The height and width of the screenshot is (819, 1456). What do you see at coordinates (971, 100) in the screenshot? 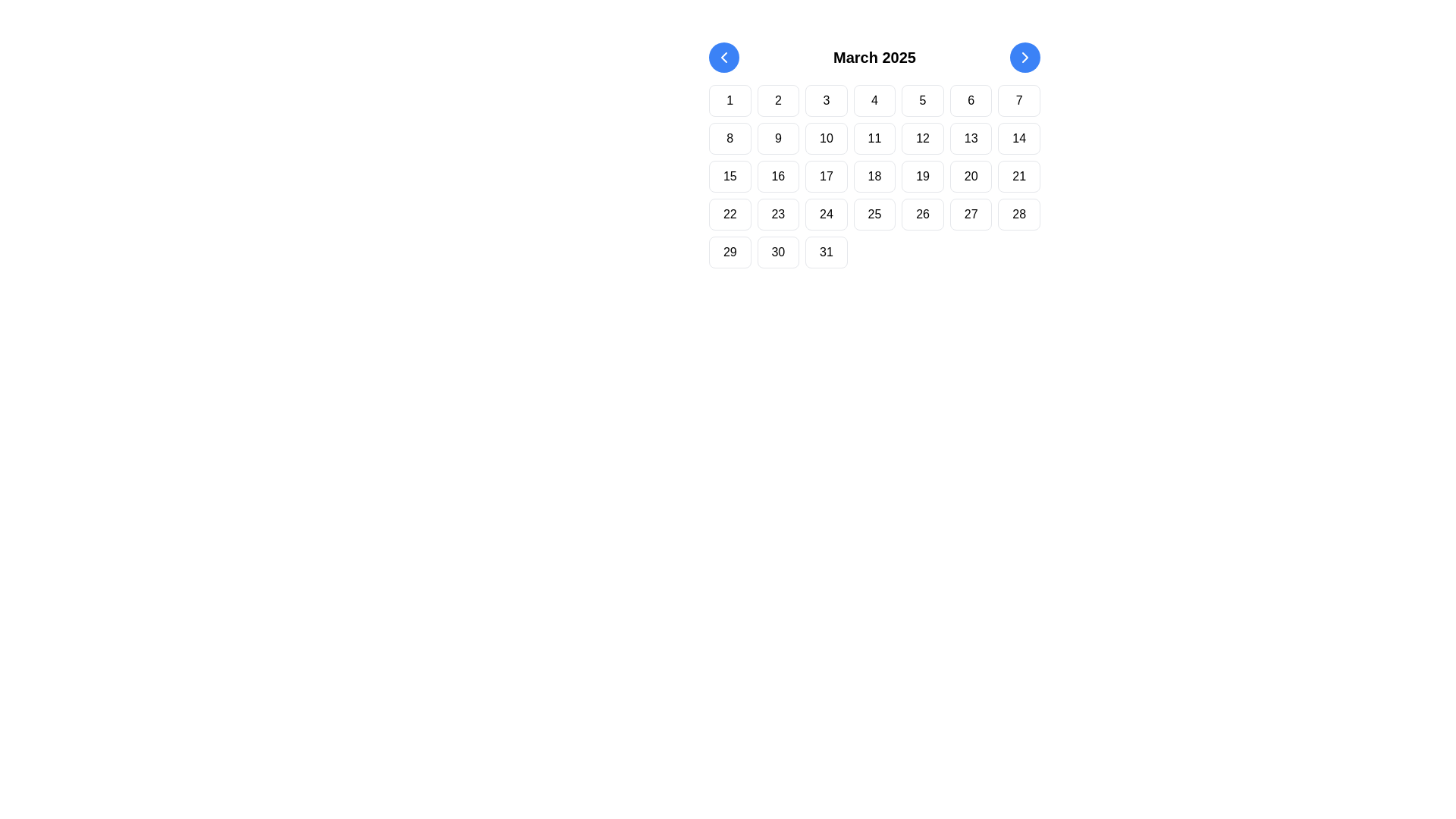
I see `displayed number on the button representing the sixth day of March 2025 in the calendar interface` at bounding box center [971, 100].